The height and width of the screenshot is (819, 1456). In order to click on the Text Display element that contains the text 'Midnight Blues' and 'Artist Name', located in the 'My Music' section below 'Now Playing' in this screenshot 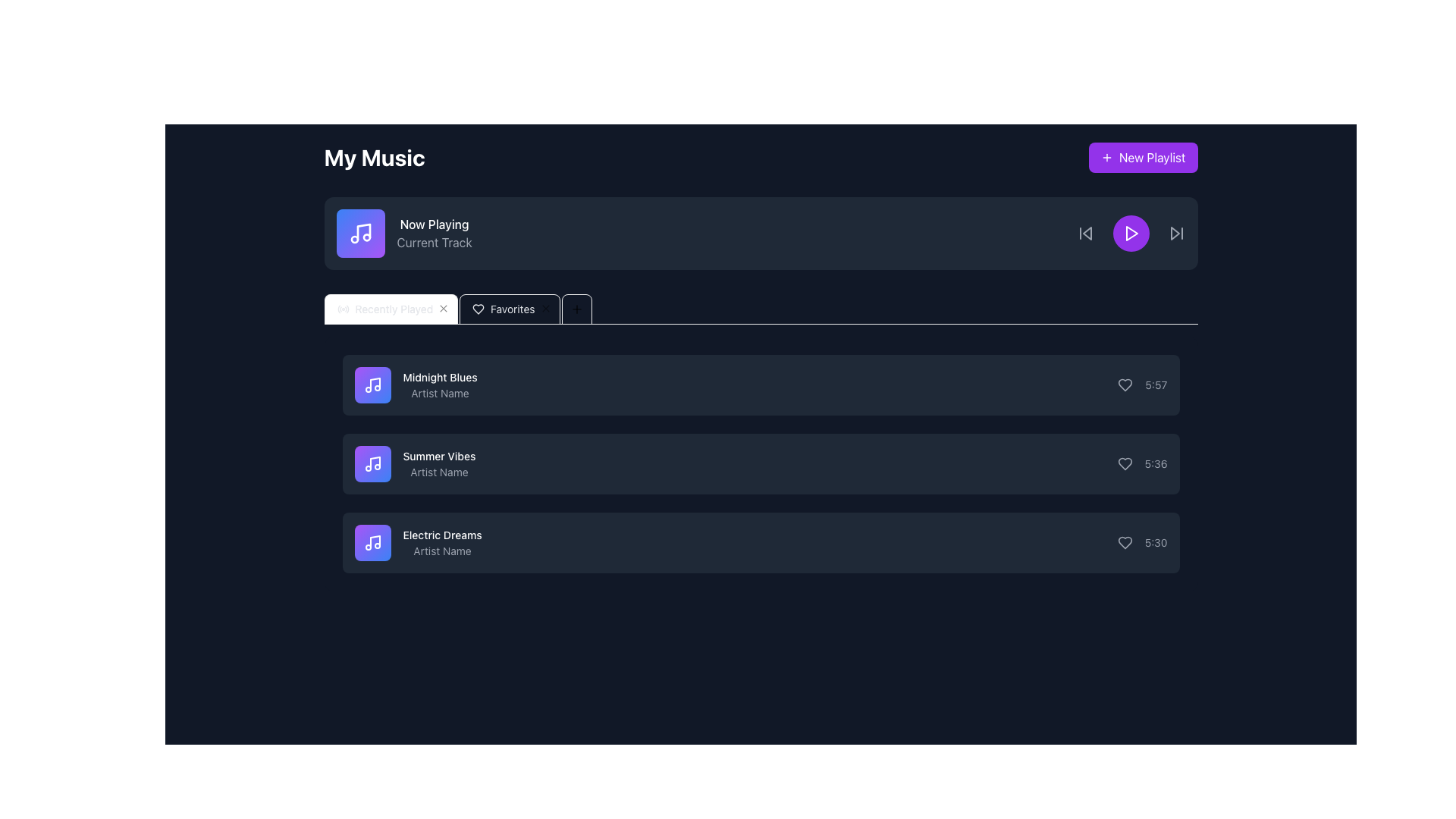, I will do `click(439, 384)`.